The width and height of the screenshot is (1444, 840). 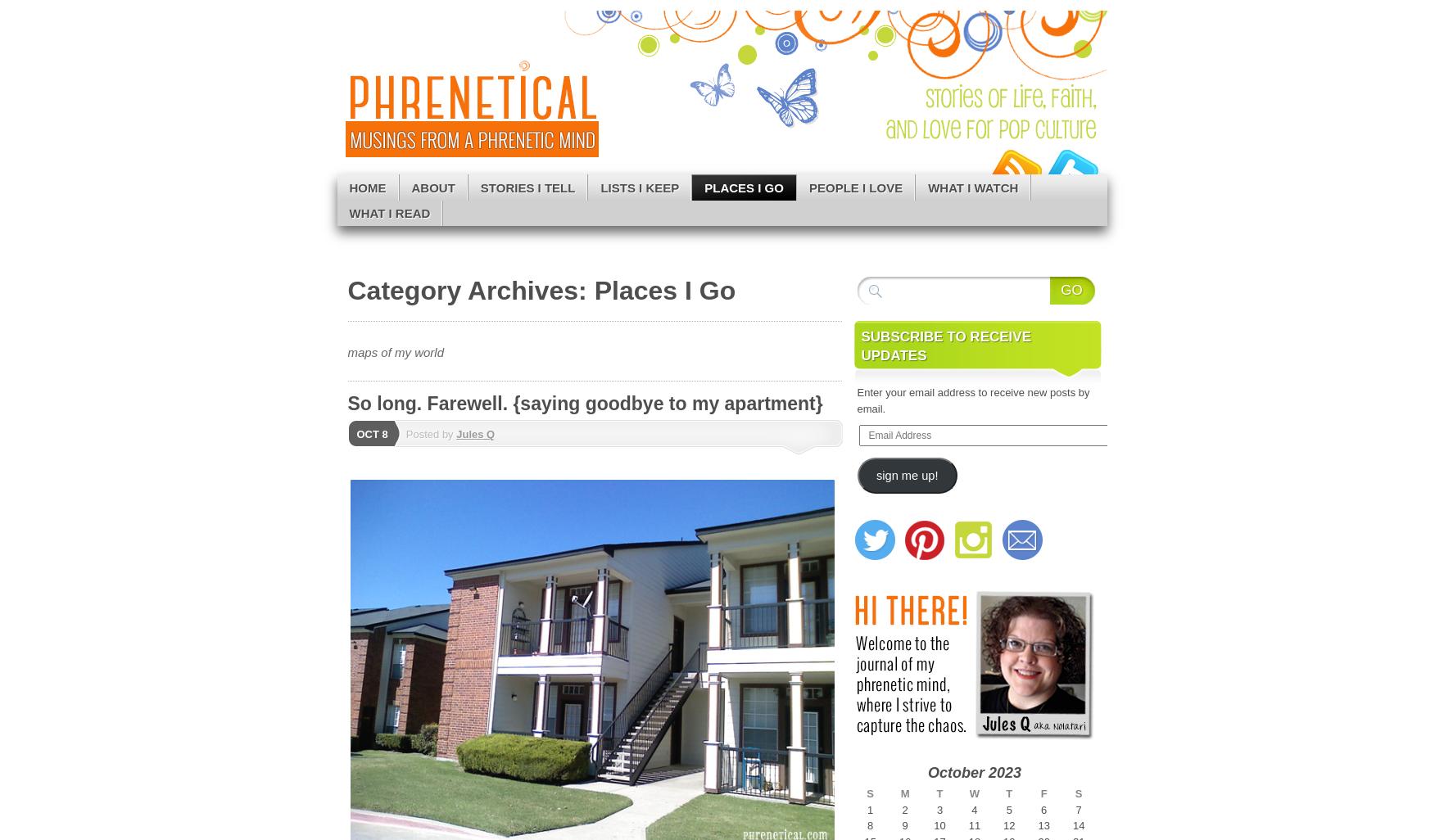 What do you see at coordinates (1004, 808) in the screenshot?
I see `'5'` at bounding box center [1004, 808].